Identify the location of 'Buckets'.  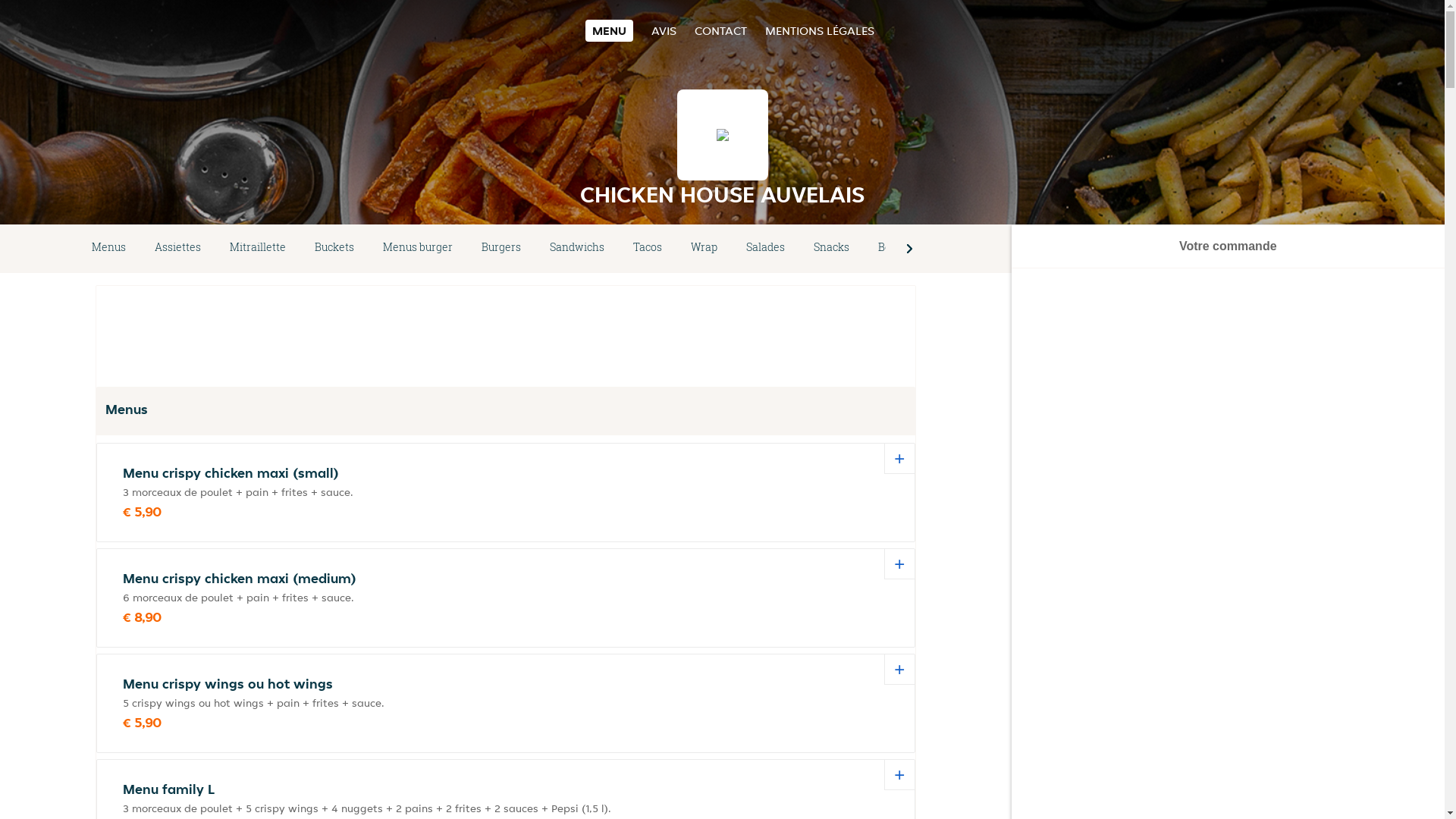
(334, 247).